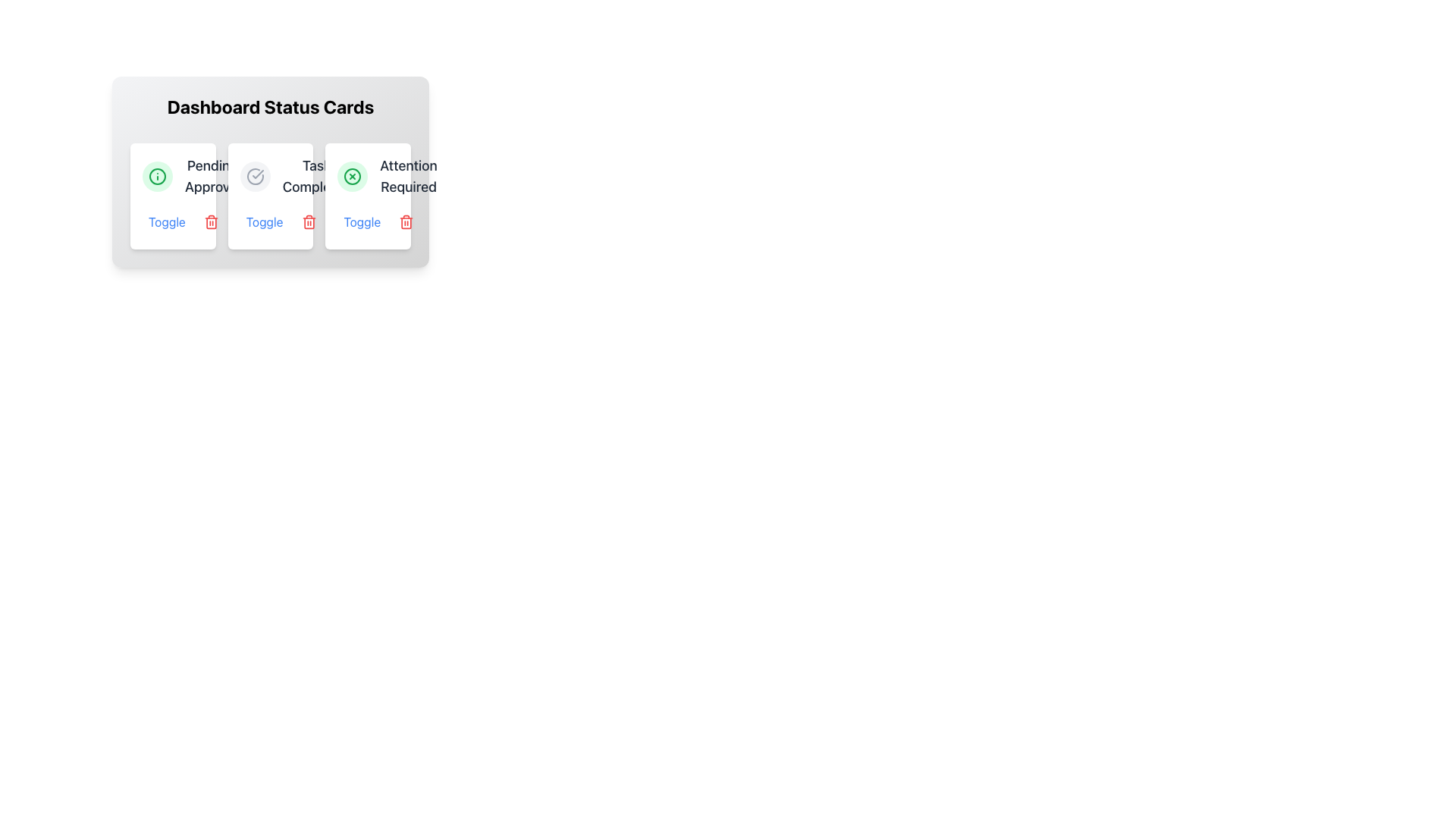  Describe the element at coordinates (308, 222) in the screenshot. I see `the red trash icon button located in the third card of the 'Attention Required' section in the 'Dashboard Status Cards'` at that location.